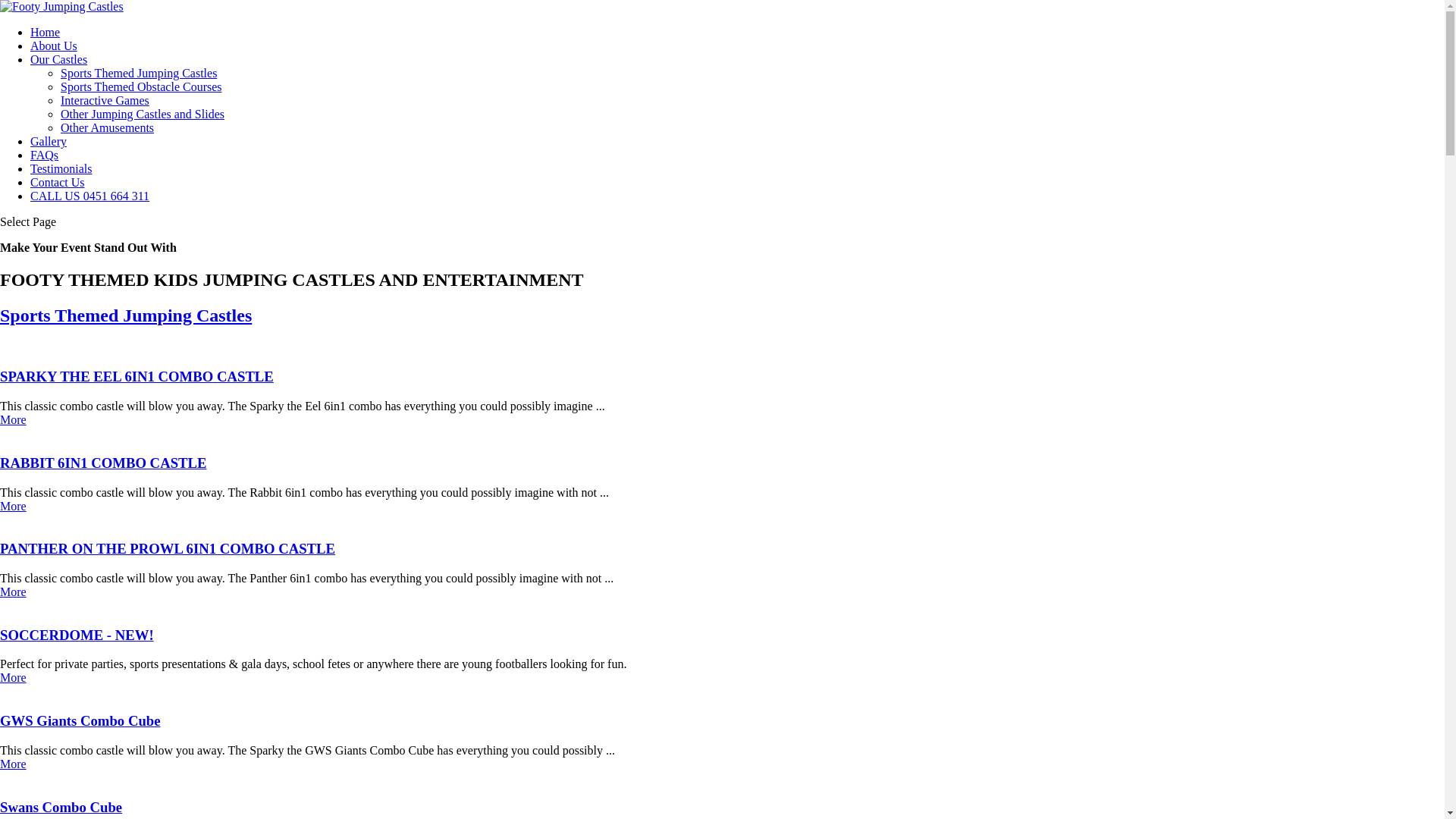 This screenshot has height=819, width=1456. I want to click on 'About Us', so click(54, 45).